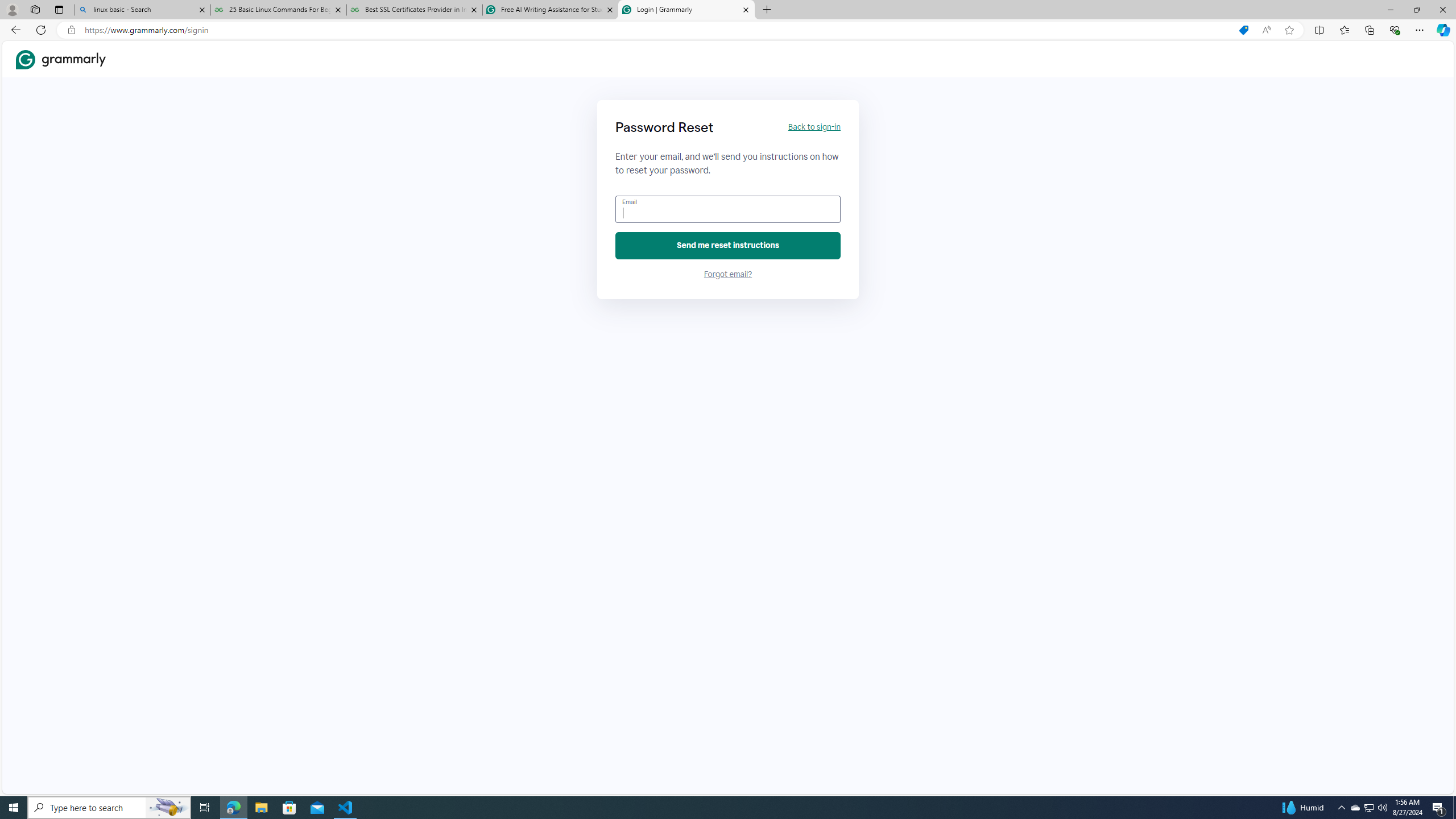 This screenshot has width=1456, height=819. I want to click on 'Forgot email?', so click(728, 274).